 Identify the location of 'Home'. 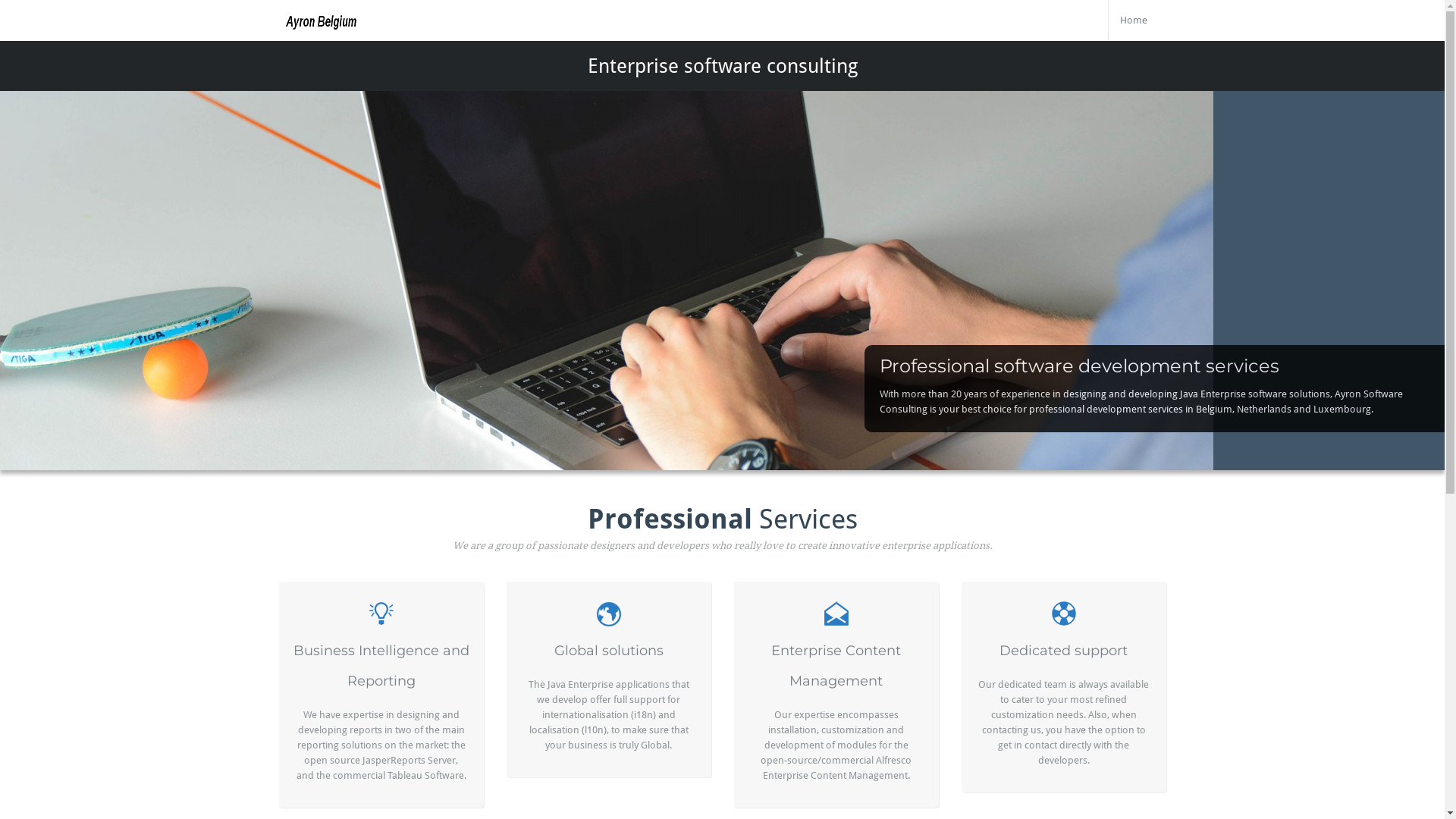
(1133, 20).